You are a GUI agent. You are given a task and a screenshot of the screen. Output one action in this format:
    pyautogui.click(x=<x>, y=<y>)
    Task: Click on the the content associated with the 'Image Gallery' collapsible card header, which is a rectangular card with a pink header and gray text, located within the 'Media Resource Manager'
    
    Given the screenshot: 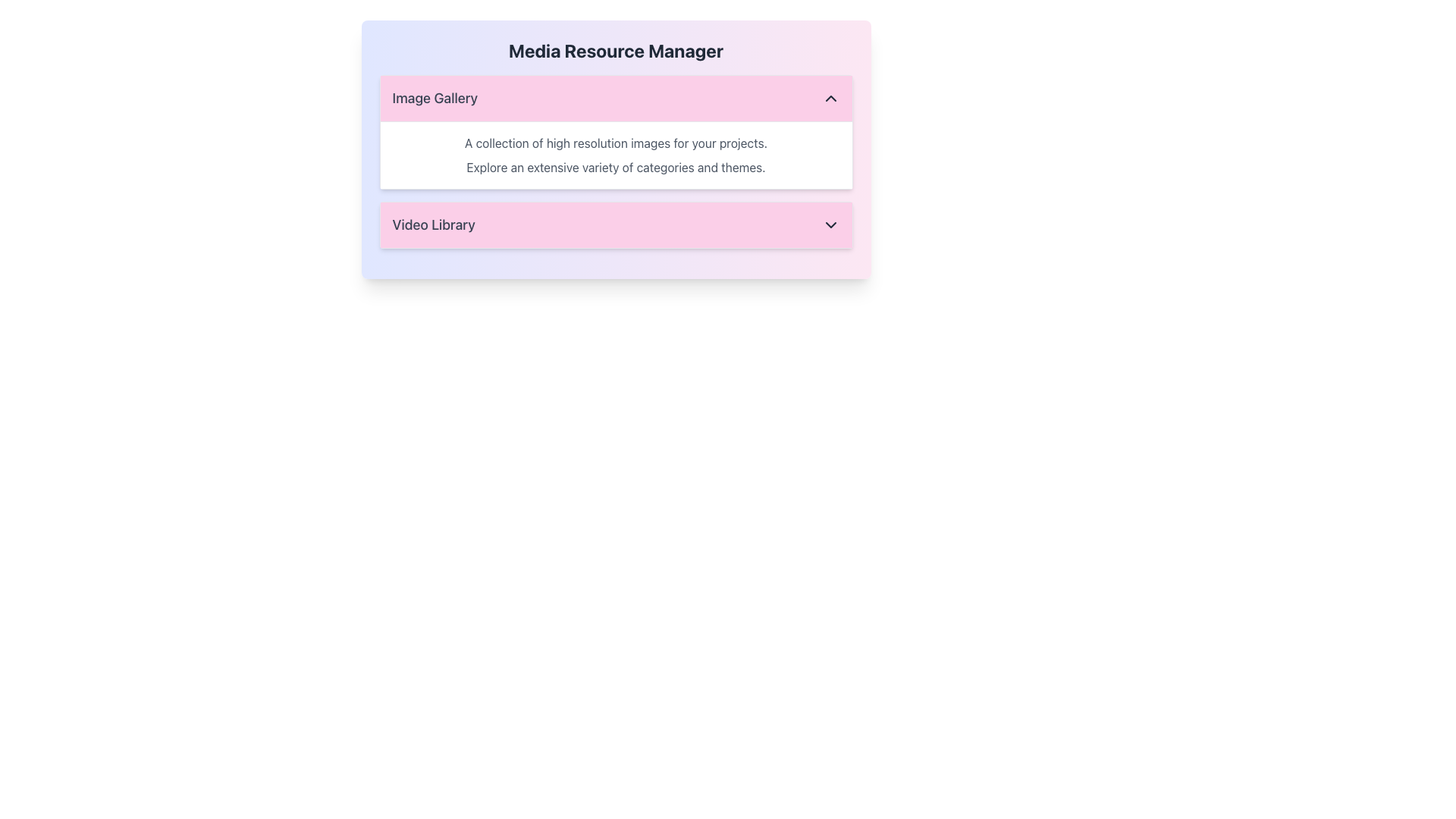 What is the action you would take?
    pyautogui.click(x=616, y=131)
    